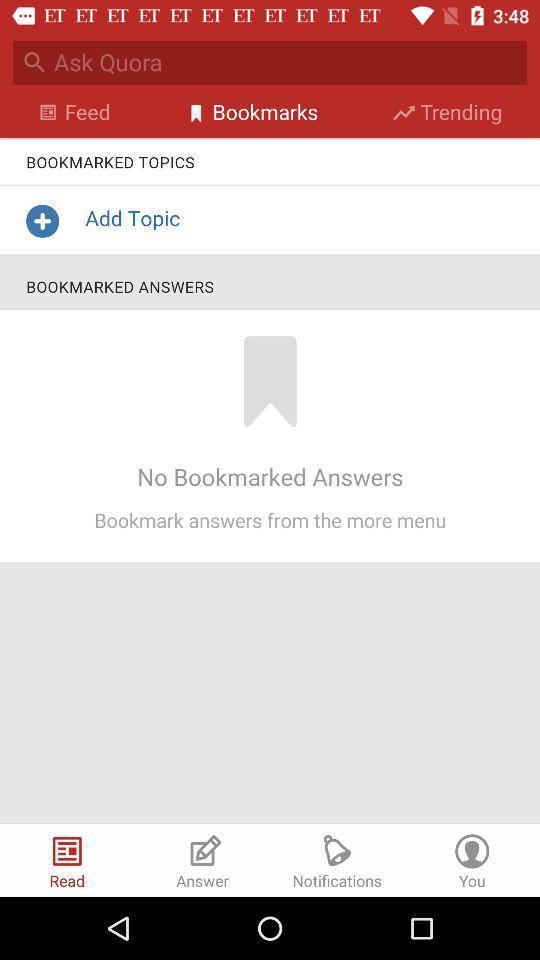  Describe the element at coordinates (67, 848) in the screenshot. I see `the icon left to answer` at that location.